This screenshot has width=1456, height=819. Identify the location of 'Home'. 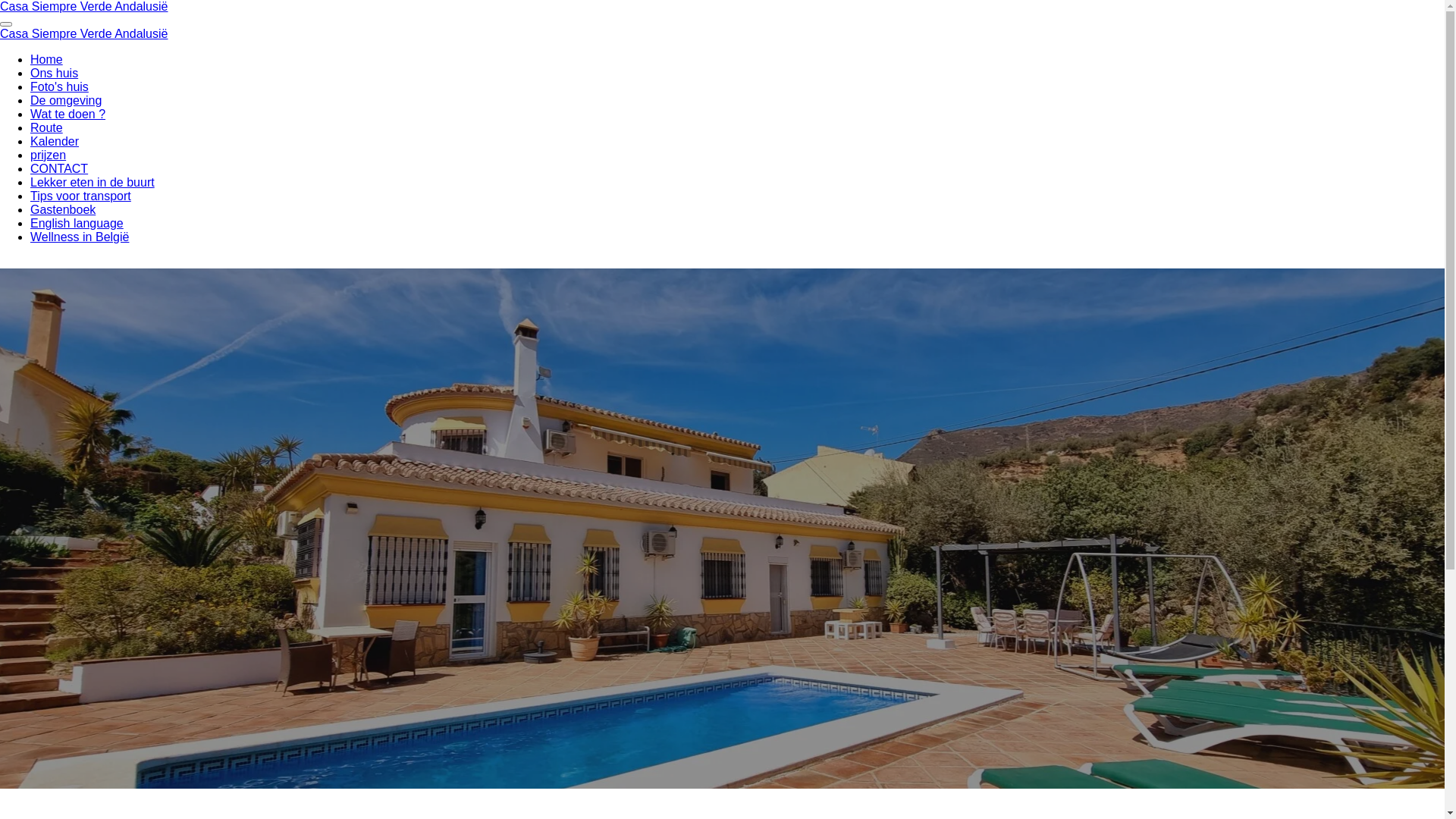
(46, 58).